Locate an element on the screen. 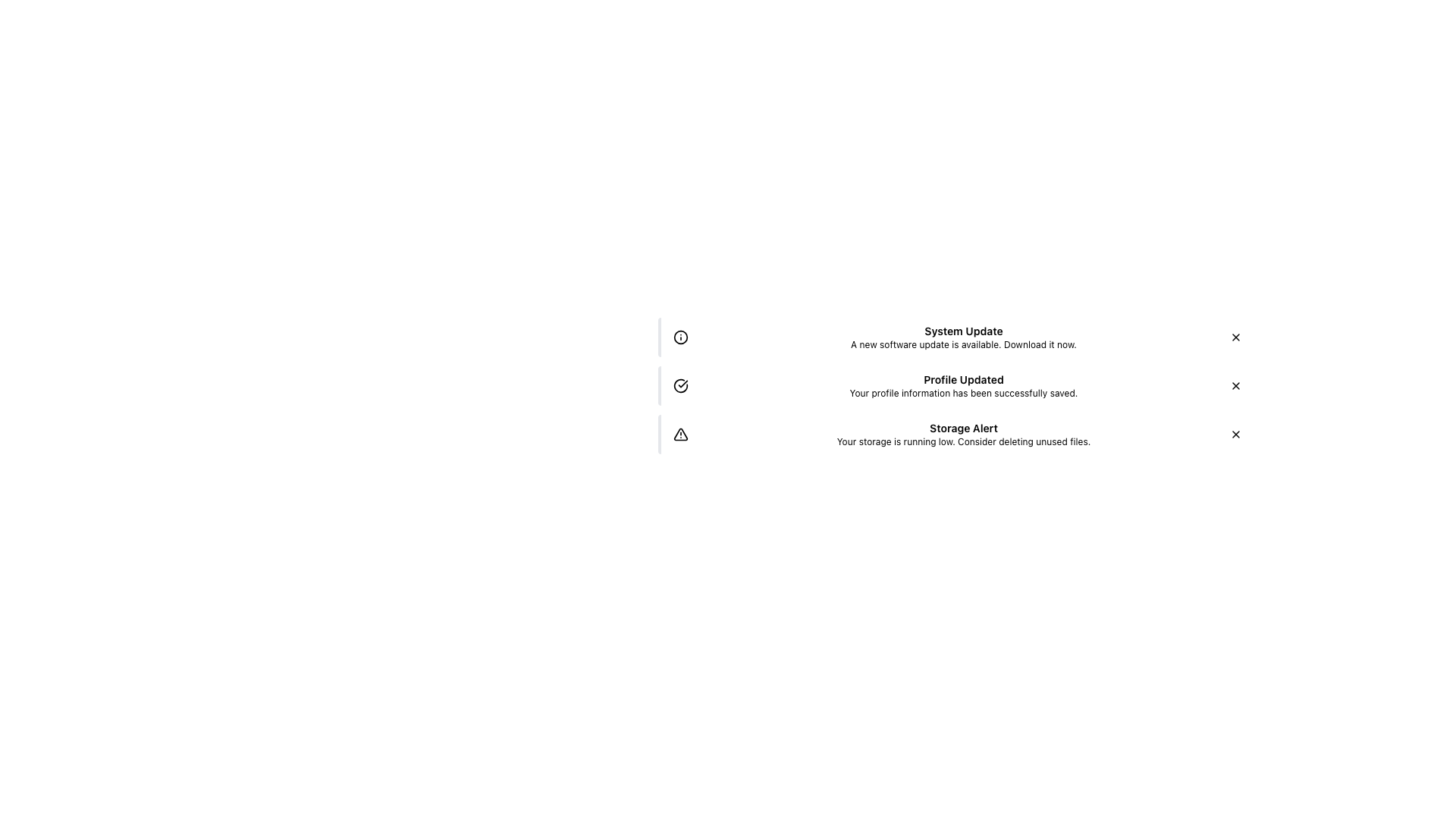  the informational text displaying 'Your storage is running low. Consider deleting unused files.' located under the 'Storage Alert' header is located at coordinates (963, 441).